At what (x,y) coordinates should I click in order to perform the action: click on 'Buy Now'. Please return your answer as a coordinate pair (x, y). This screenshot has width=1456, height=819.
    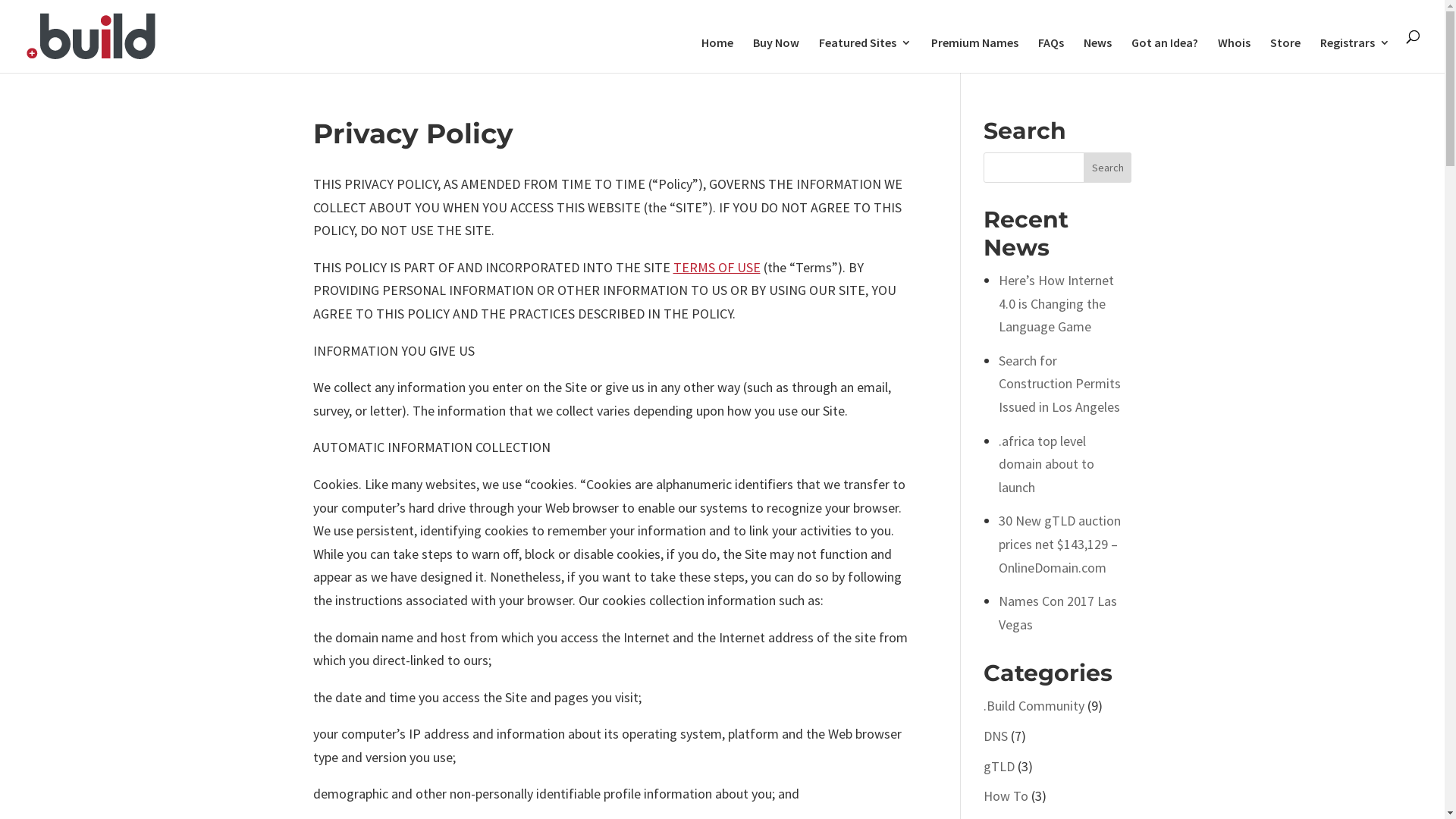
    Looking at the image, I should click on (776, 54).